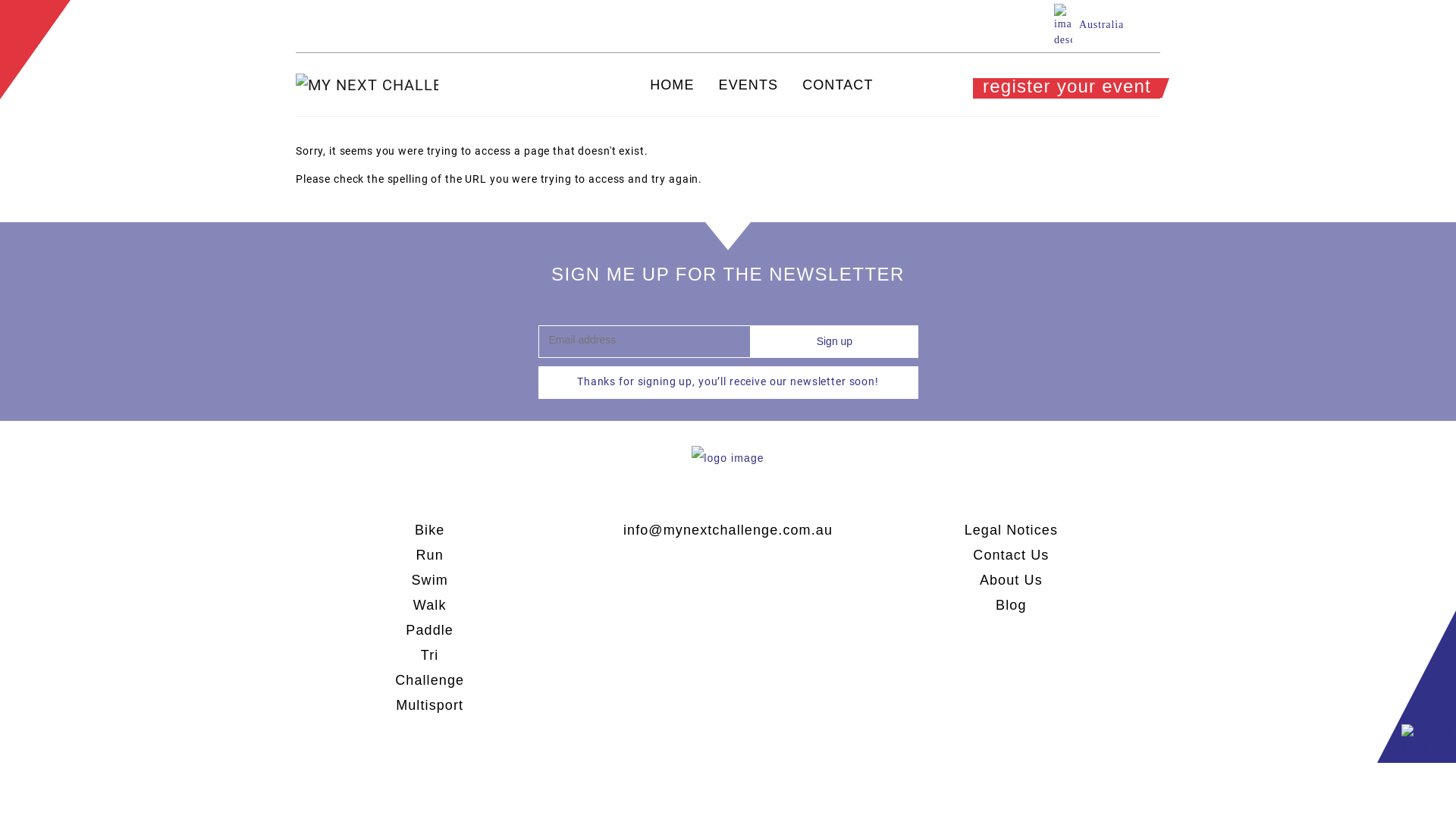 This screenshot has height=819, width=1456. Describe the element at coordinates (836, 86) in the screenshot. I see `'CONTACT'` at that location.